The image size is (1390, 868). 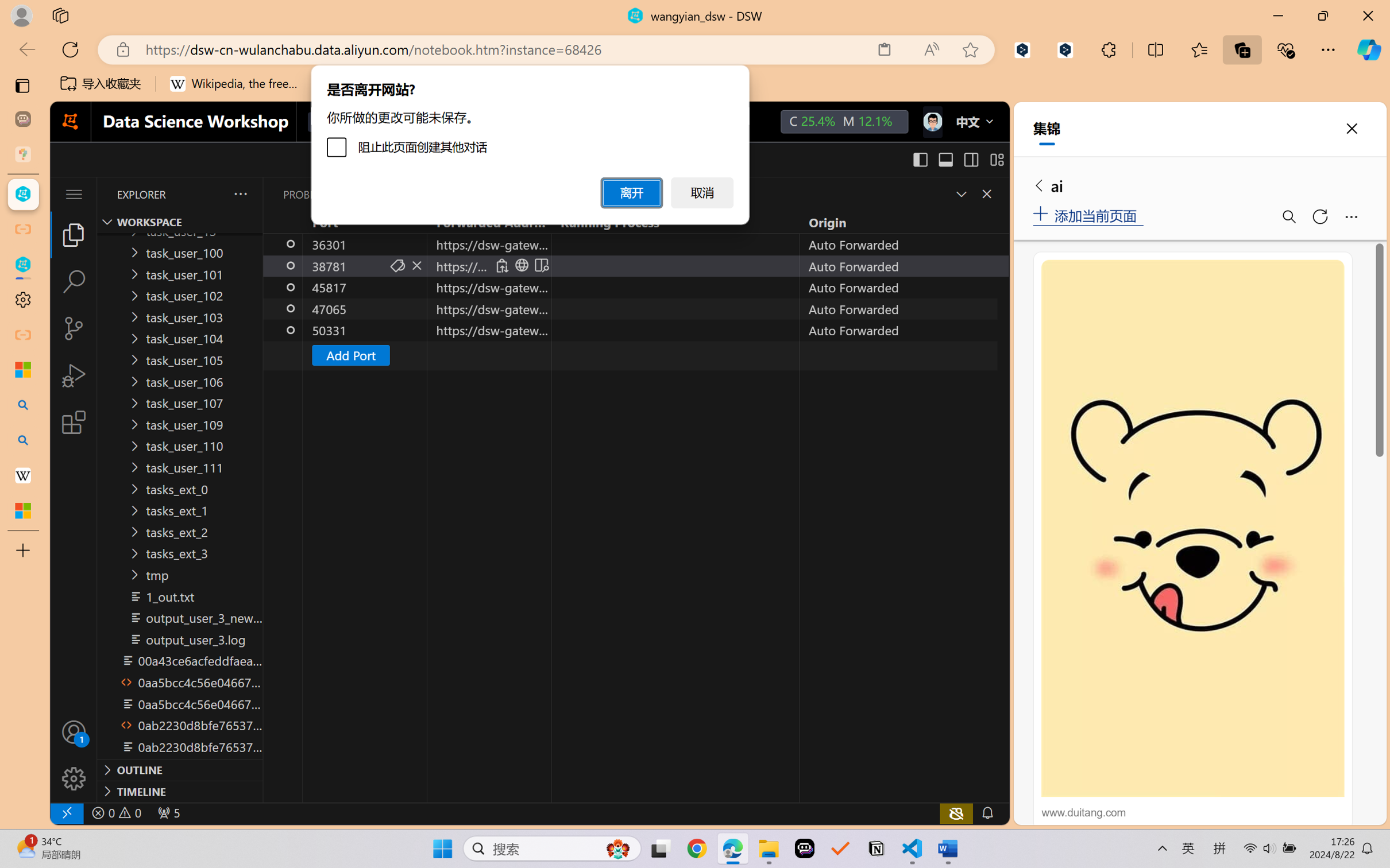 I want to click on 'Customize Layout...', so click(x=996, y=159).